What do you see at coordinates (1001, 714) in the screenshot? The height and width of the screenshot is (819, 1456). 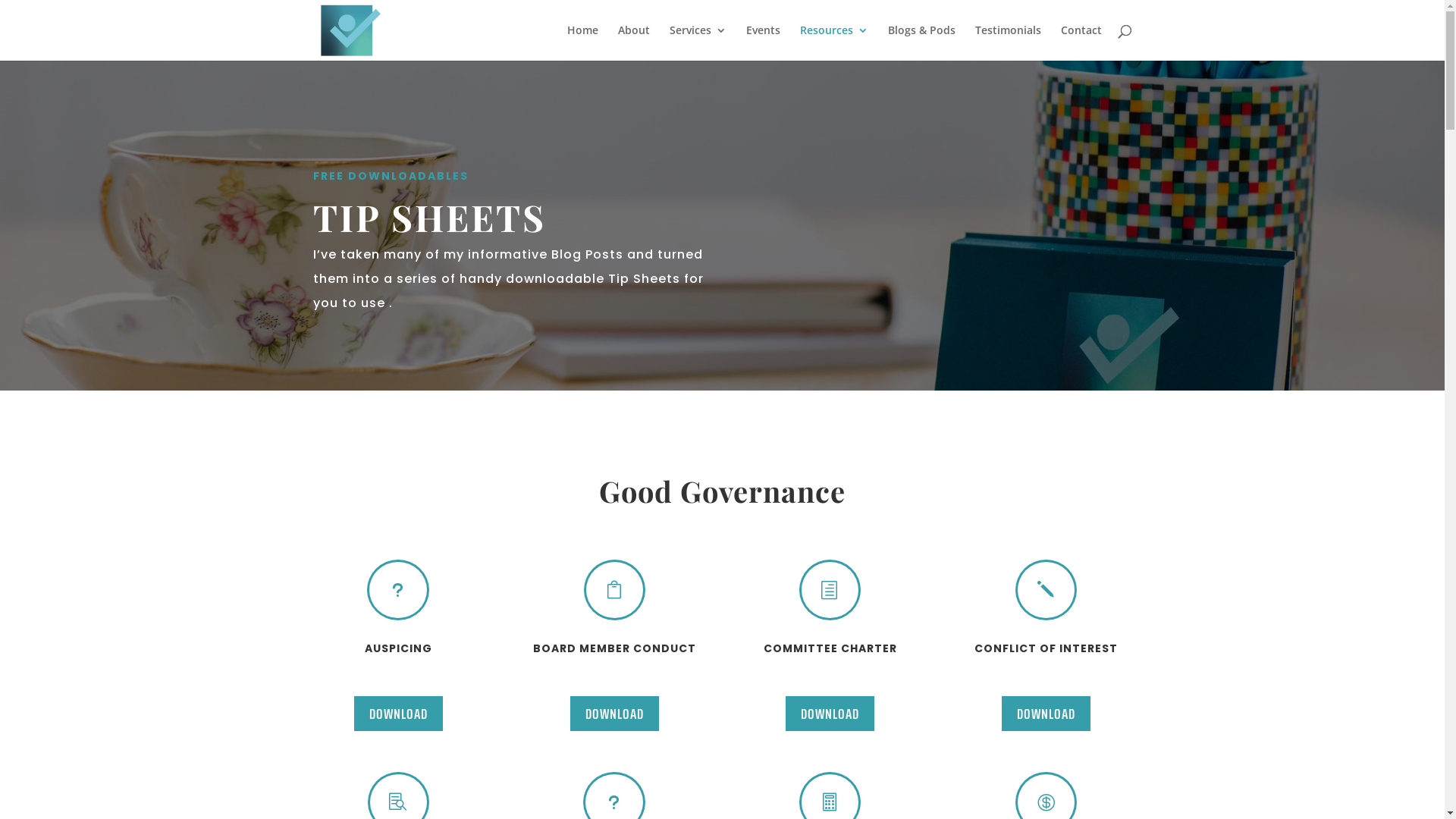 I see `'DOWNLOAD'` at bounding box center [1001, 714].